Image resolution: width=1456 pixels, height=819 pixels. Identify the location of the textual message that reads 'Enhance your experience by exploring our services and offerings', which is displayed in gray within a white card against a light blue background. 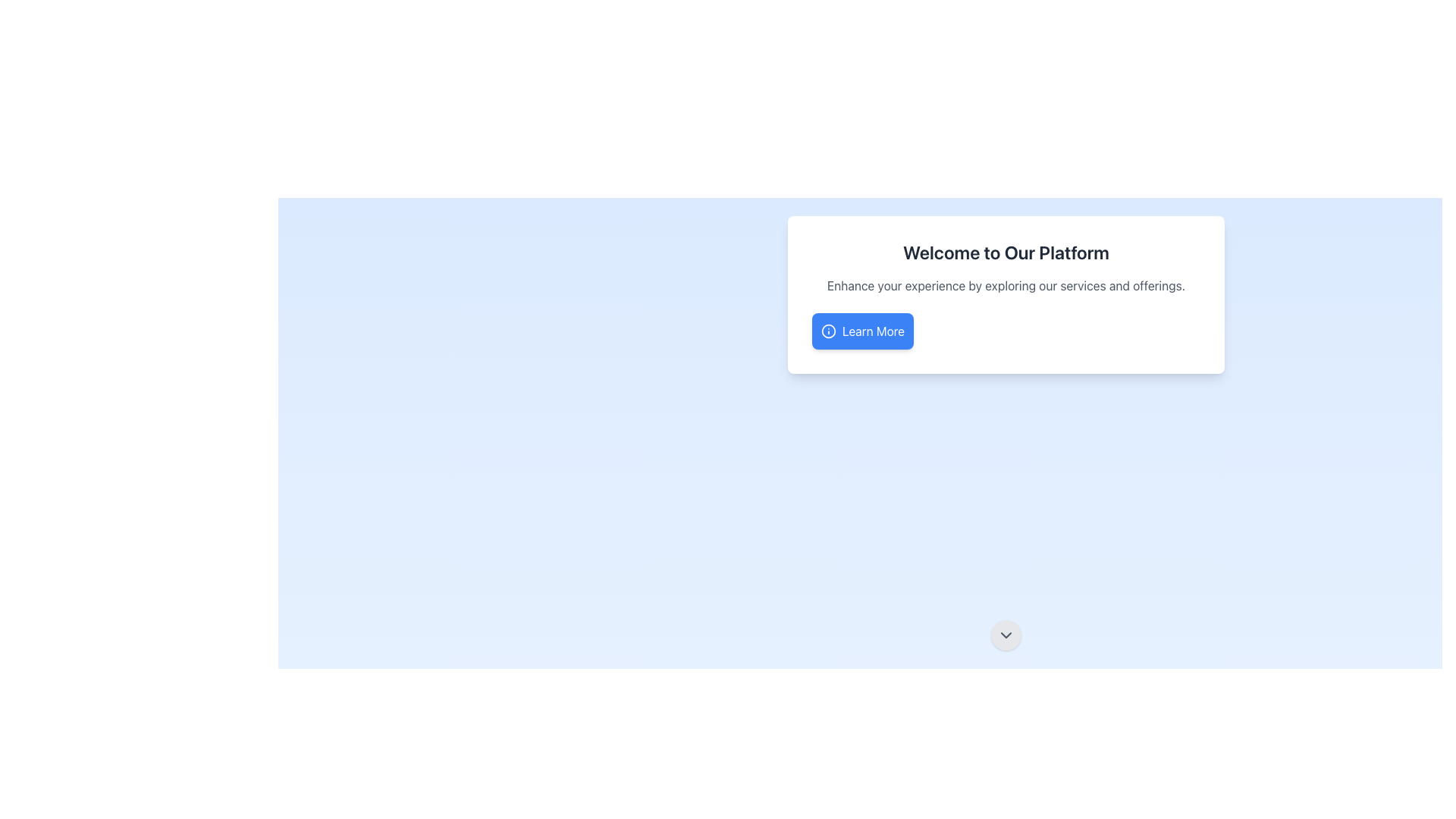
(1006, 286).